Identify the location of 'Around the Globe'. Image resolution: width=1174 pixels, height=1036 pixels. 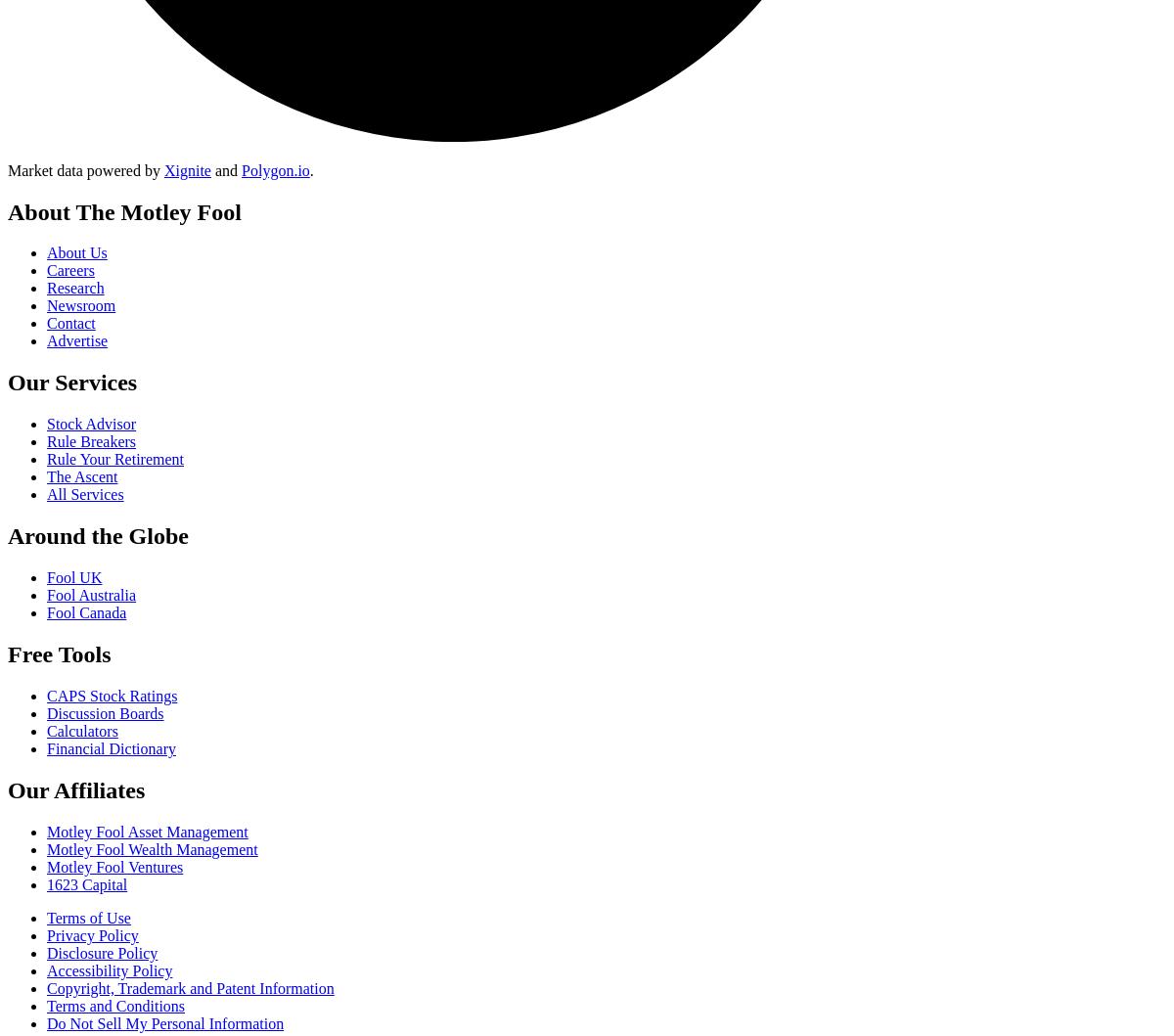
(97, 535).